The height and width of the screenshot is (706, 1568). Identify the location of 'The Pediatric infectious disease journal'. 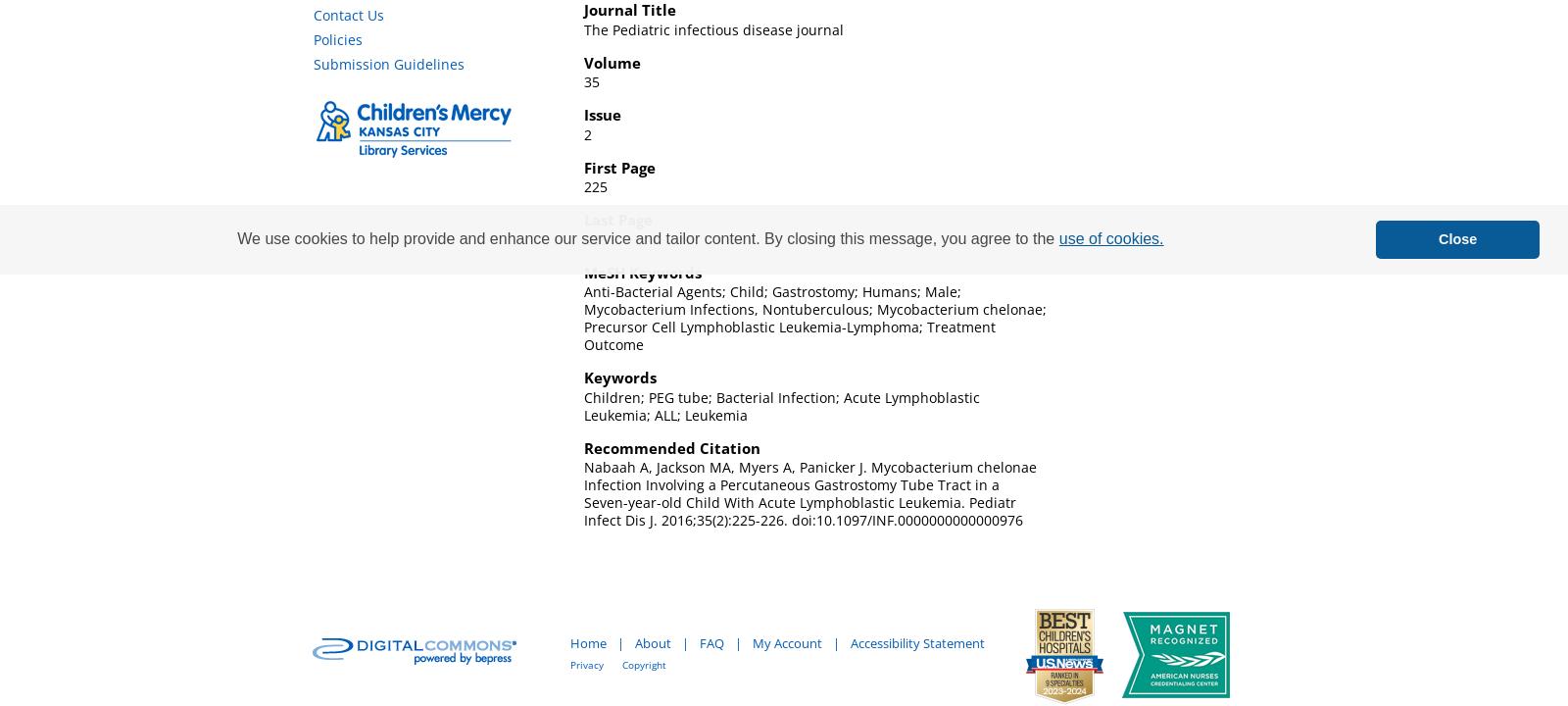
(713, 28).